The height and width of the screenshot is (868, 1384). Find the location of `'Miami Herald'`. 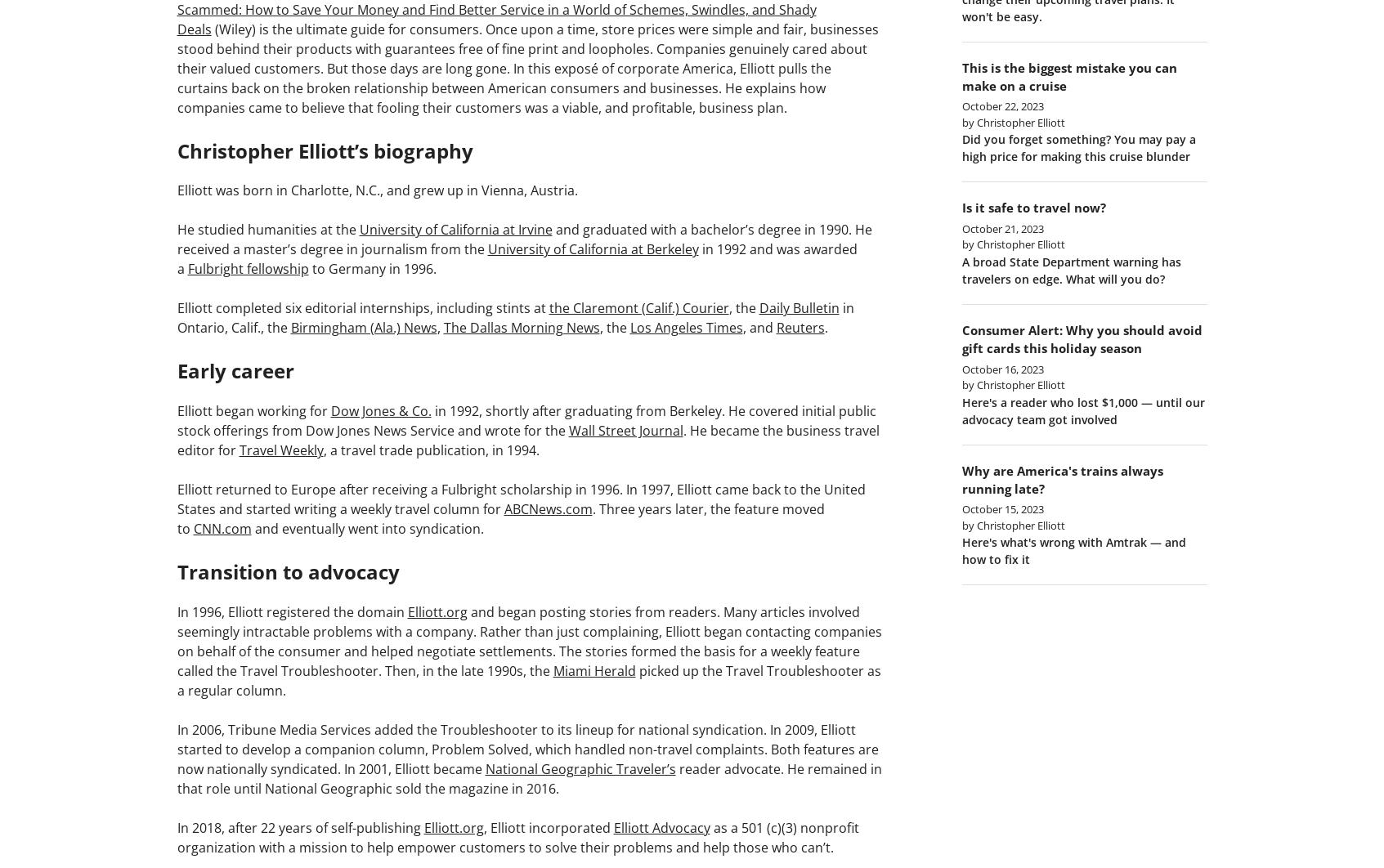

'Miami Herald' is located at coordinates (593, 669).